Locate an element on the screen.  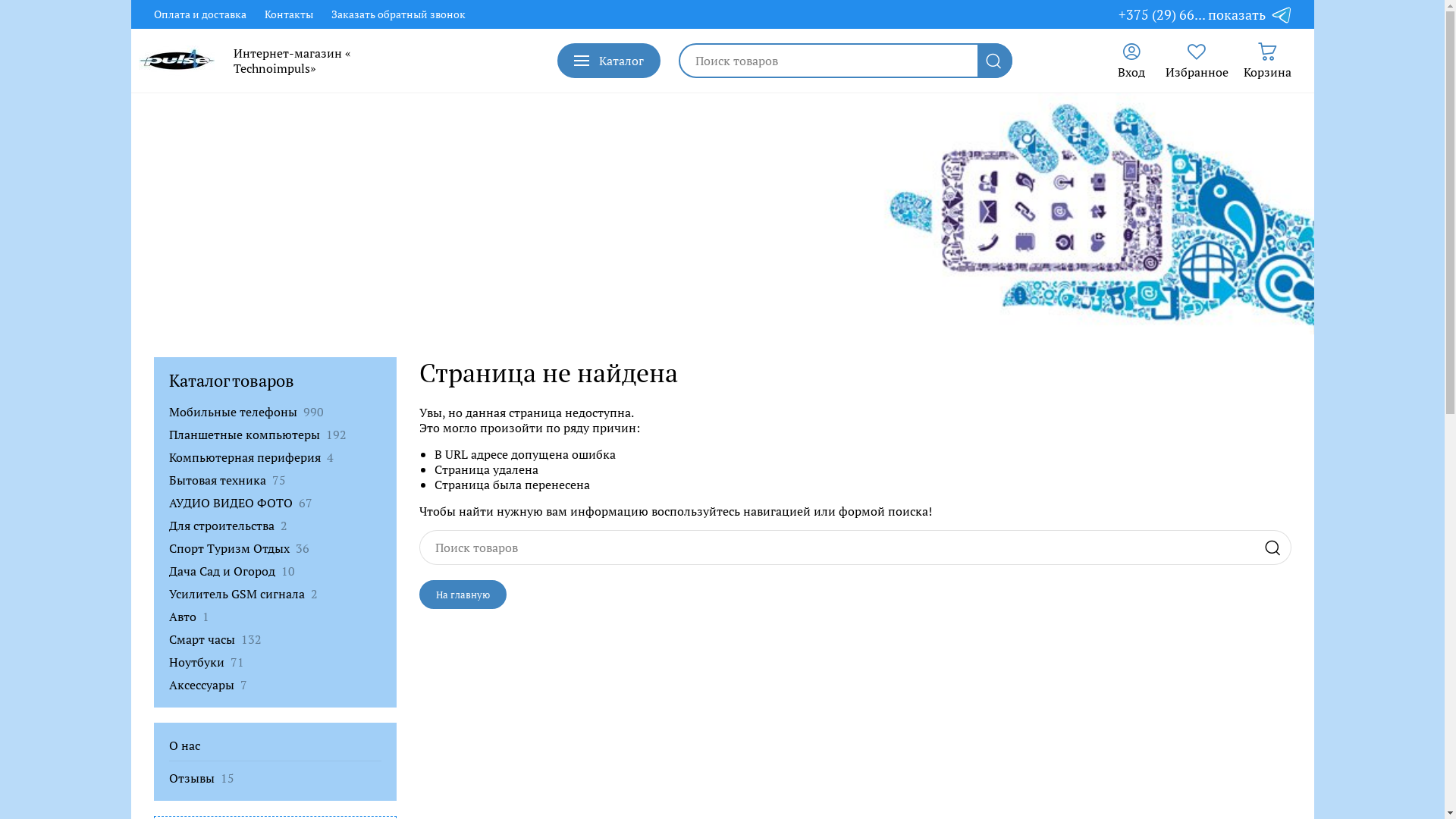
'Telegram' is located at coordinates (1280, 14).